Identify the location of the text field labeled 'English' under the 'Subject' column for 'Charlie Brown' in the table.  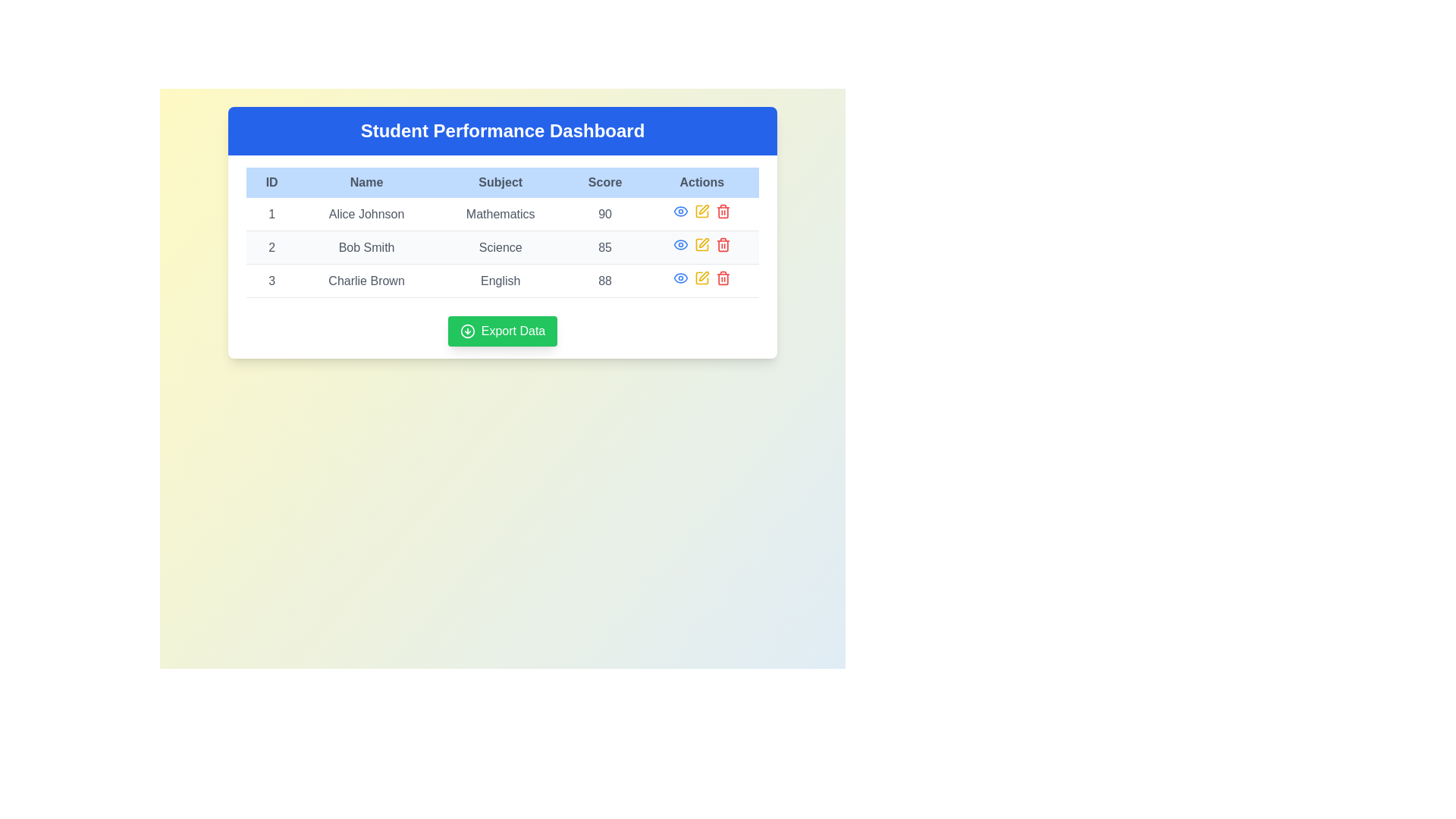
(500, 281).